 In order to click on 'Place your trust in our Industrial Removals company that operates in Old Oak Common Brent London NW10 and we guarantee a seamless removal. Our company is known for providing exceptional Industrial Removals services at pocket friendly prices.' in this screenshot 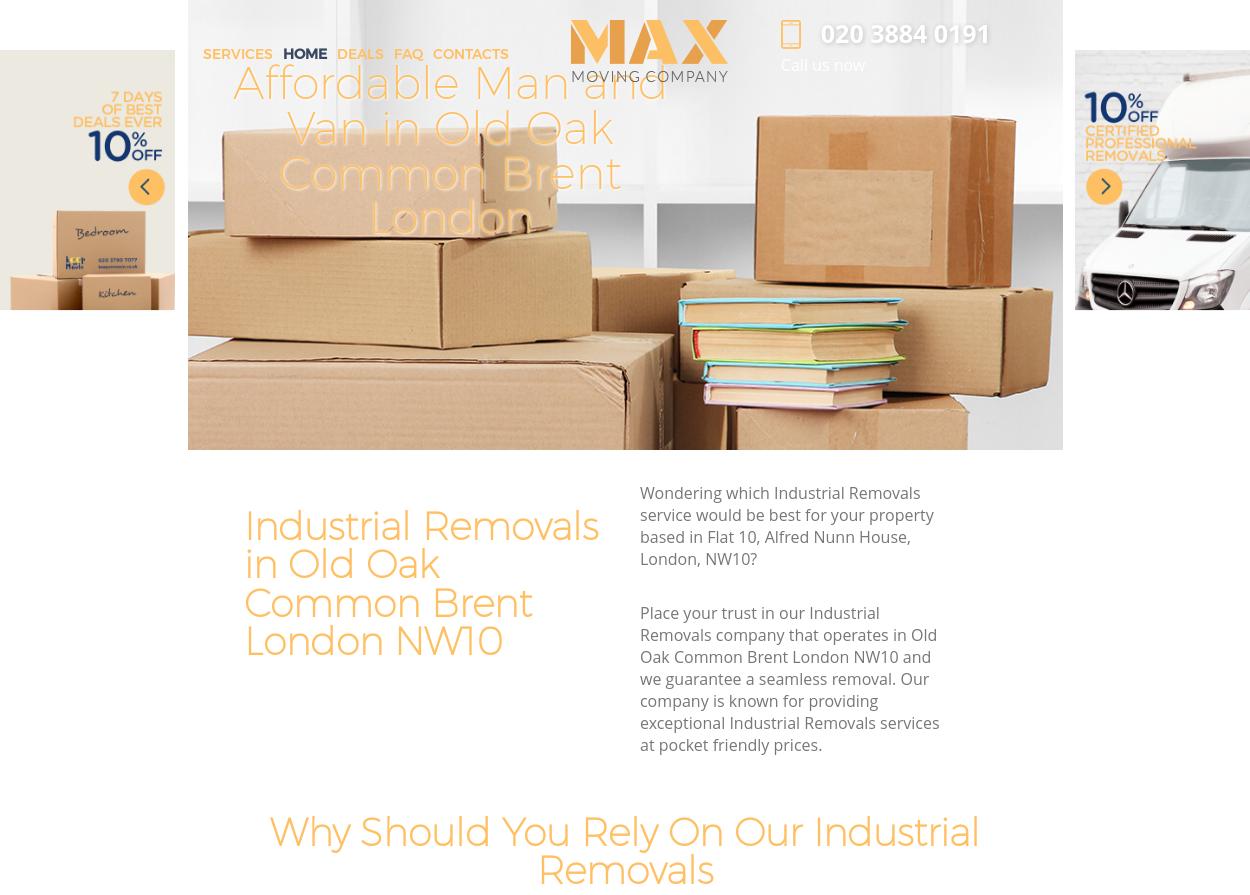, I will do `click(789, 678)`.